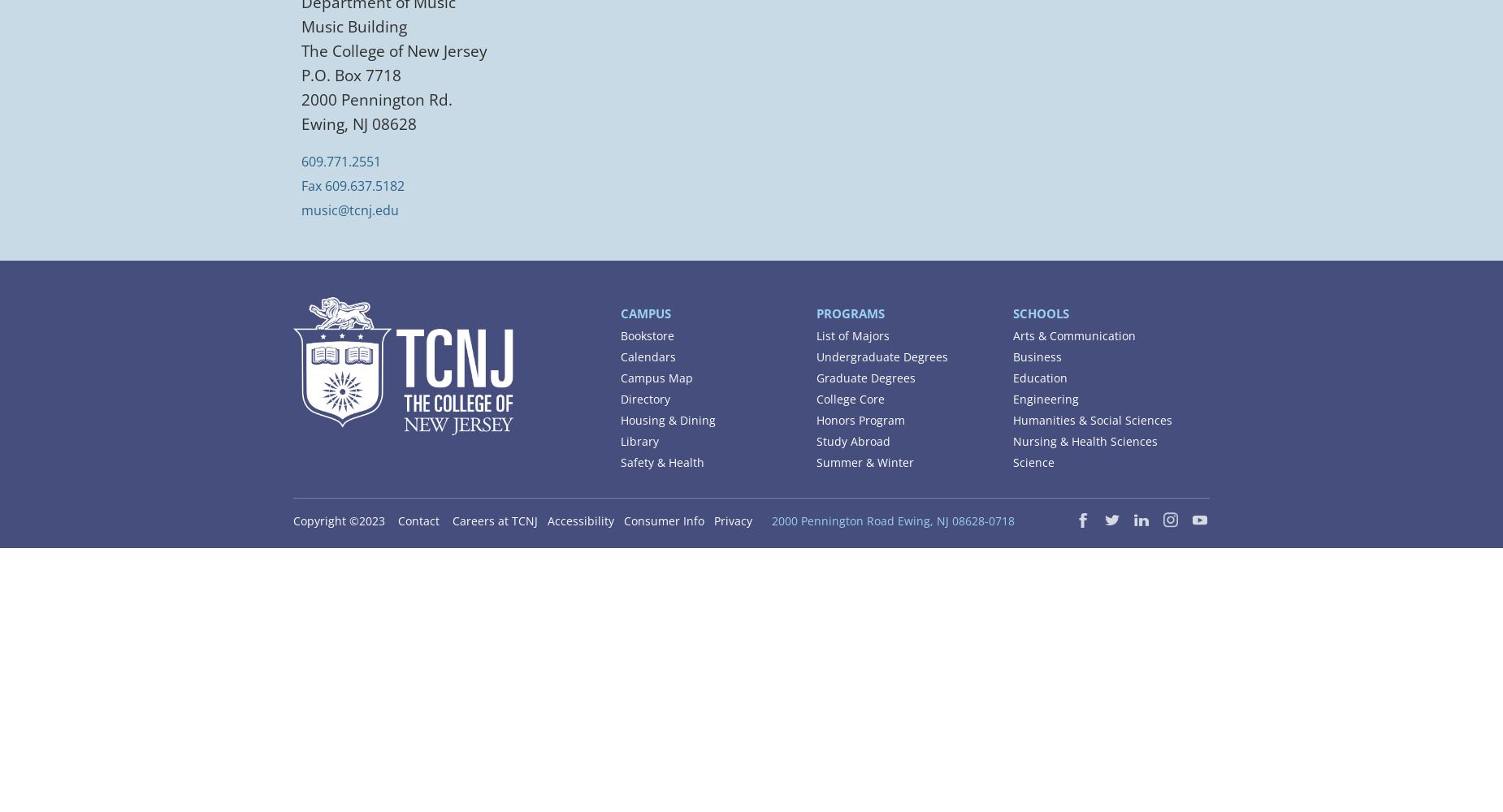  What do you see at coordinates (864, 460) in the screenshot?
I see `'Summer & Winter'` at bounding box center [864, 460].